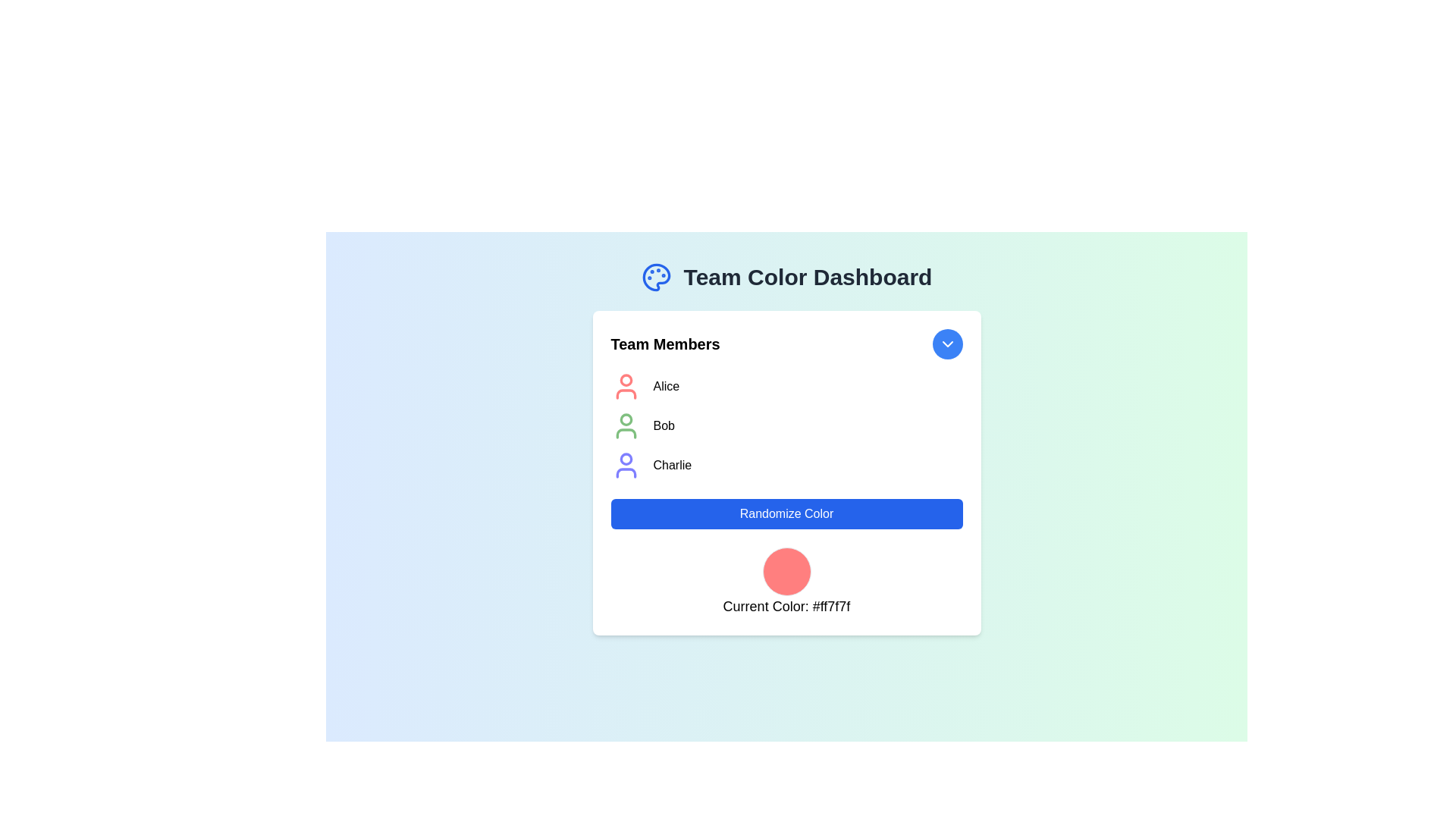  I want to click on text from the Text Label that indicates the current selected color in hexadecimal representation, located directly below the circular color preview in the 'Current Color' section, so click(786, 605).